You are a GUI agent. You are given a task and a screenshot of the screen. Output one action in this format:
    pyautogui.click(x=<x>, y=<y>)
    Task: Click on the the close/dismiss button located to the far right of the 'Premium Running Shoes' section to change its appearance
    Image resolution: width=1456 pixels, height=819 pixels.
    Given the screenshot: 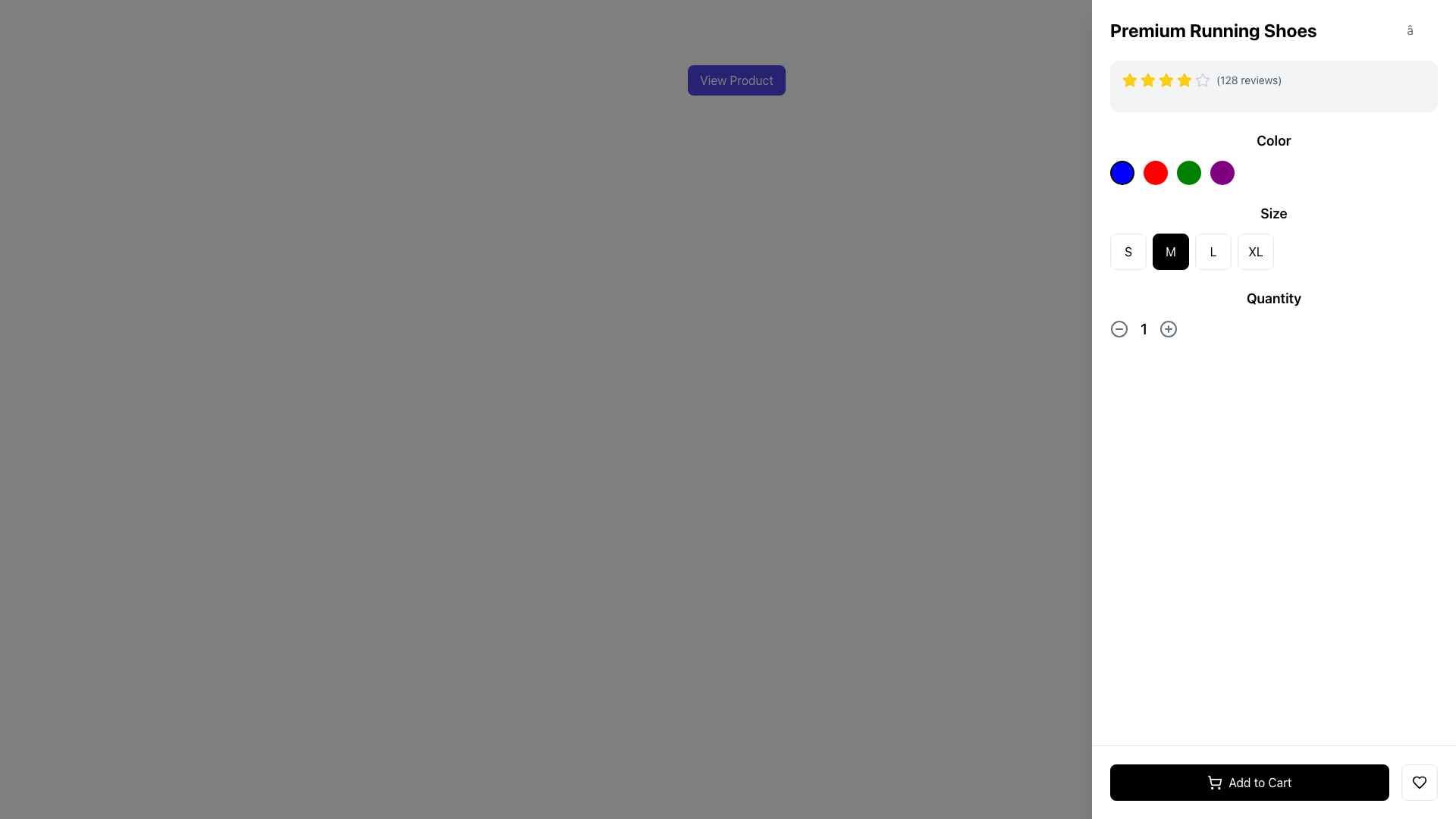 What is the action you would take?
    pyautogui.click(x=1421, y=30)
    